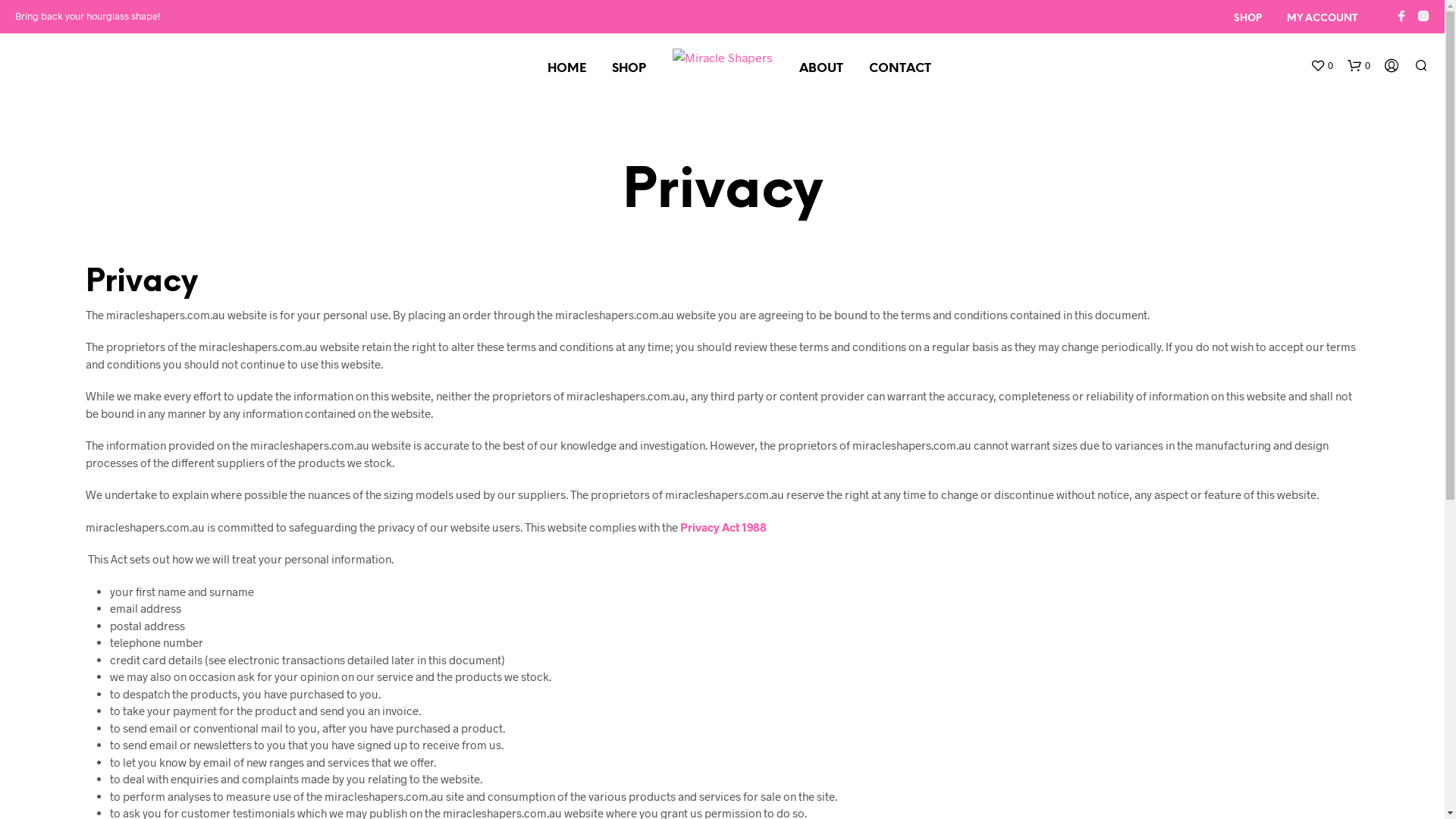  What do you see at coordinates (565, 69) in the screenshot?
I see `'HOME'` at bounding box center [565, 69].